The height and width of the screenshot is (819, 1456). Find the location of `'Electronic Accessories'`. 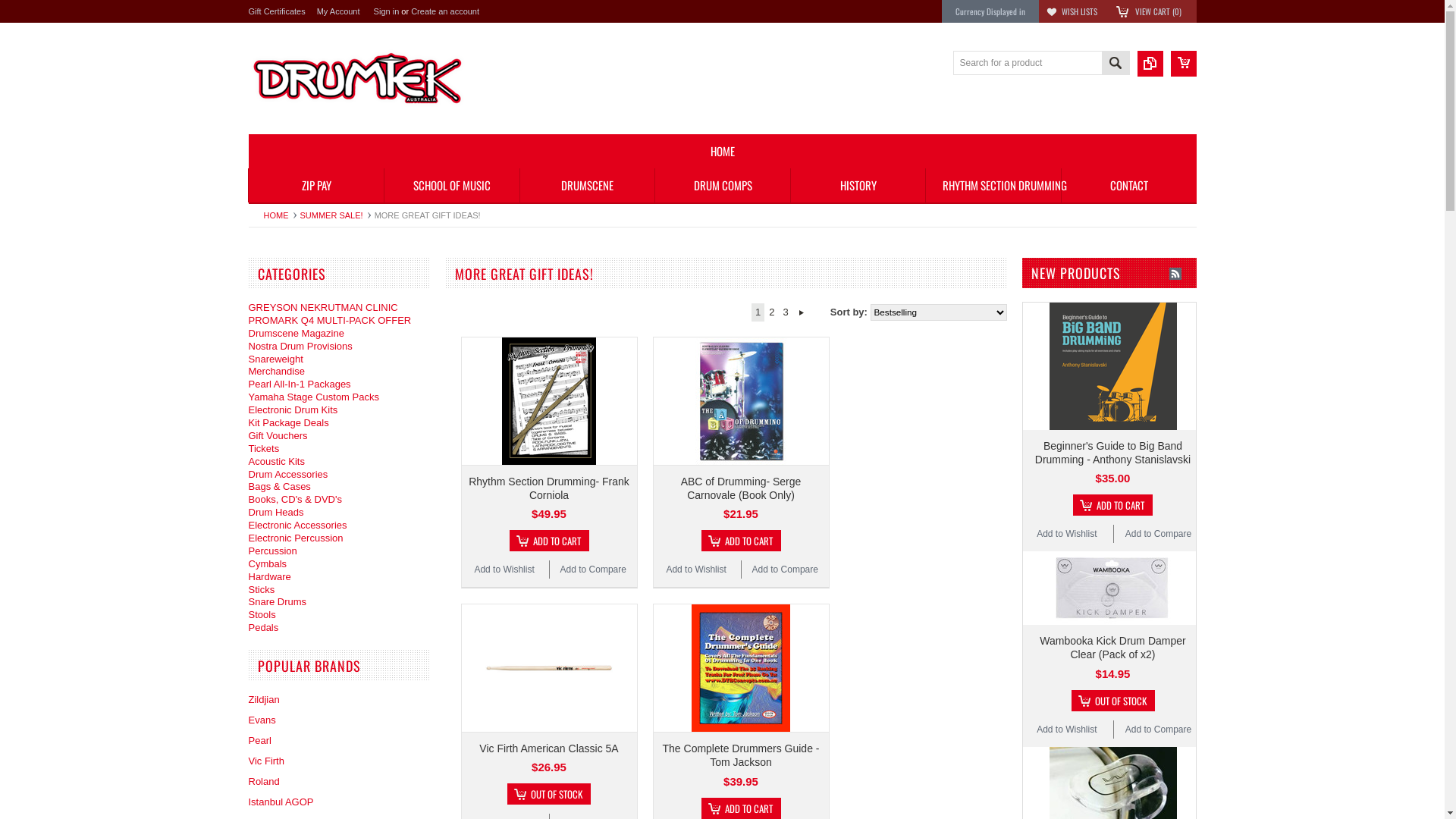

'Electronic Accessories' is located at coordinates (298, 524).